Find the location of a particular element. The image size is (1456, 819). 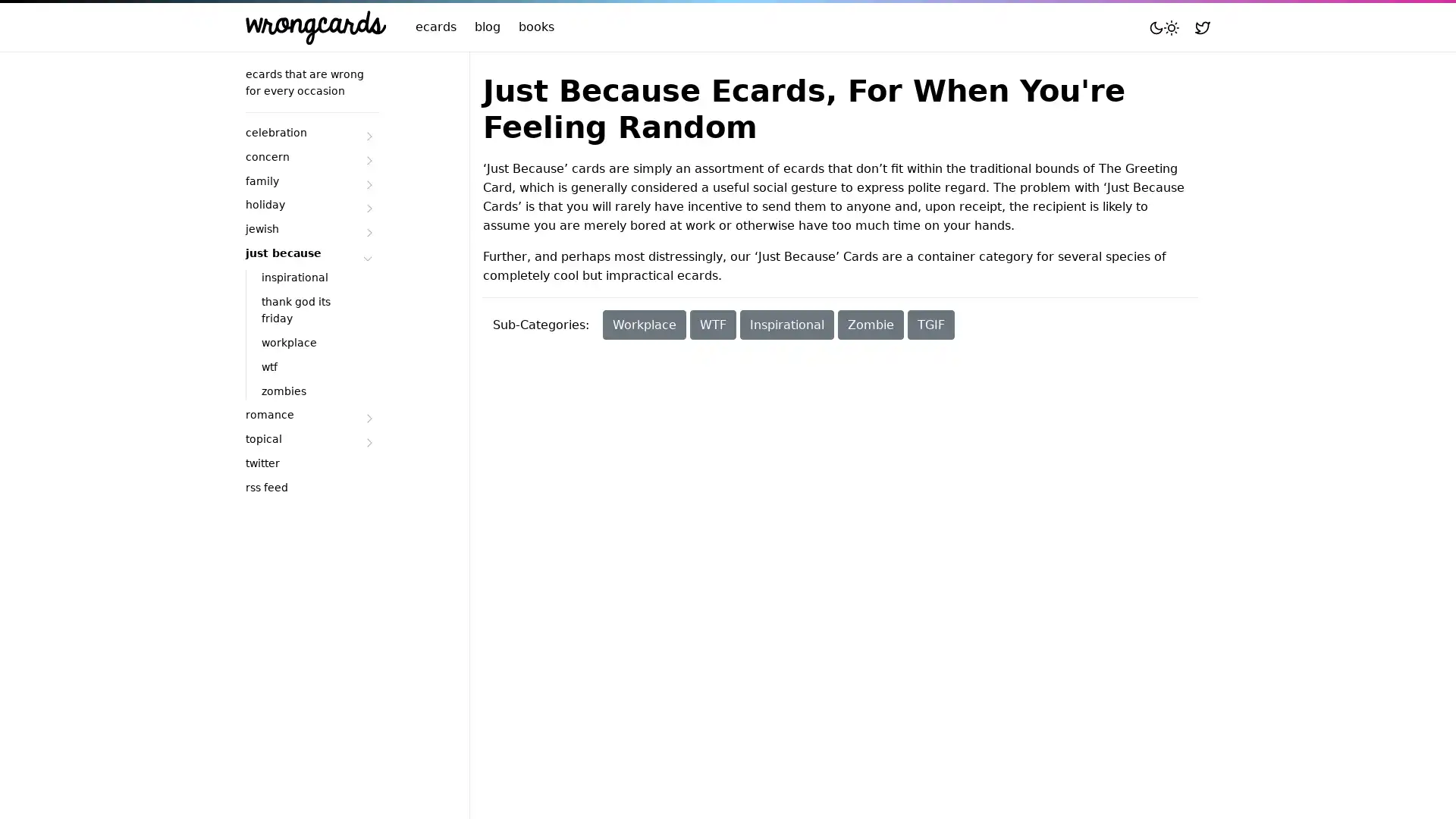

Toggle mode is located at coordinates (1163, 27).